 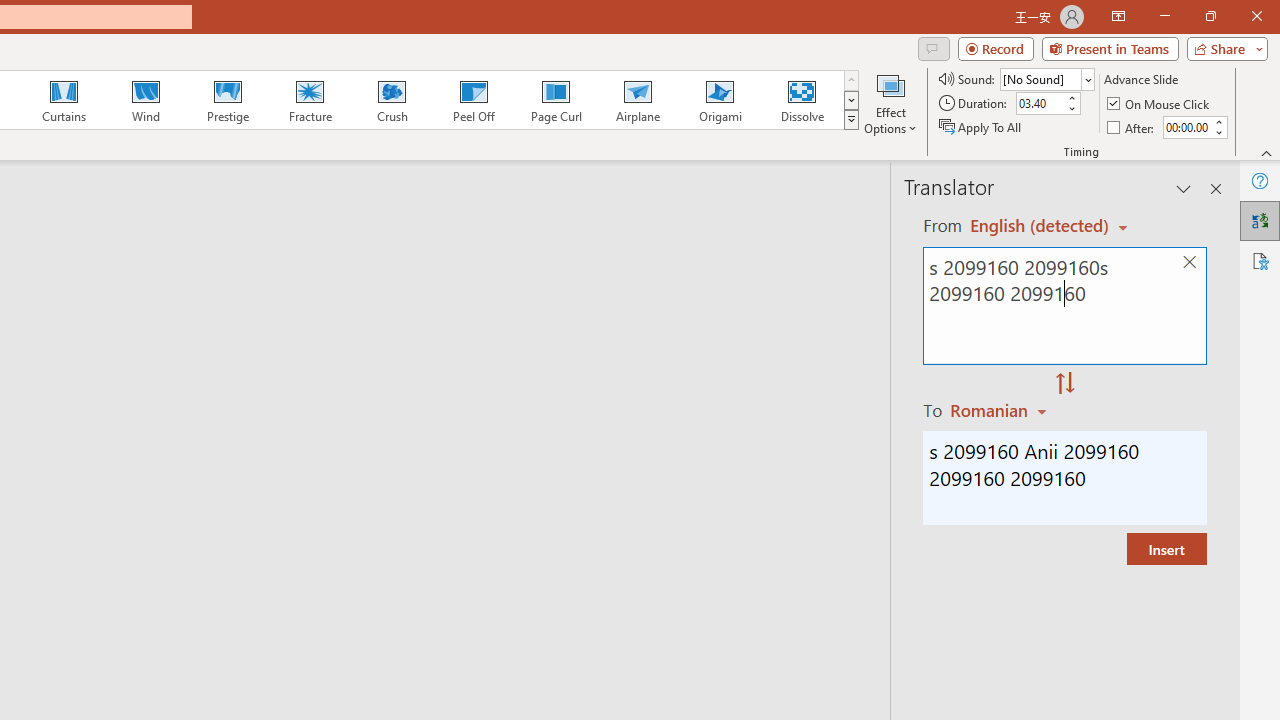 I want to click on 'Origami', so click(x=720, y=100).